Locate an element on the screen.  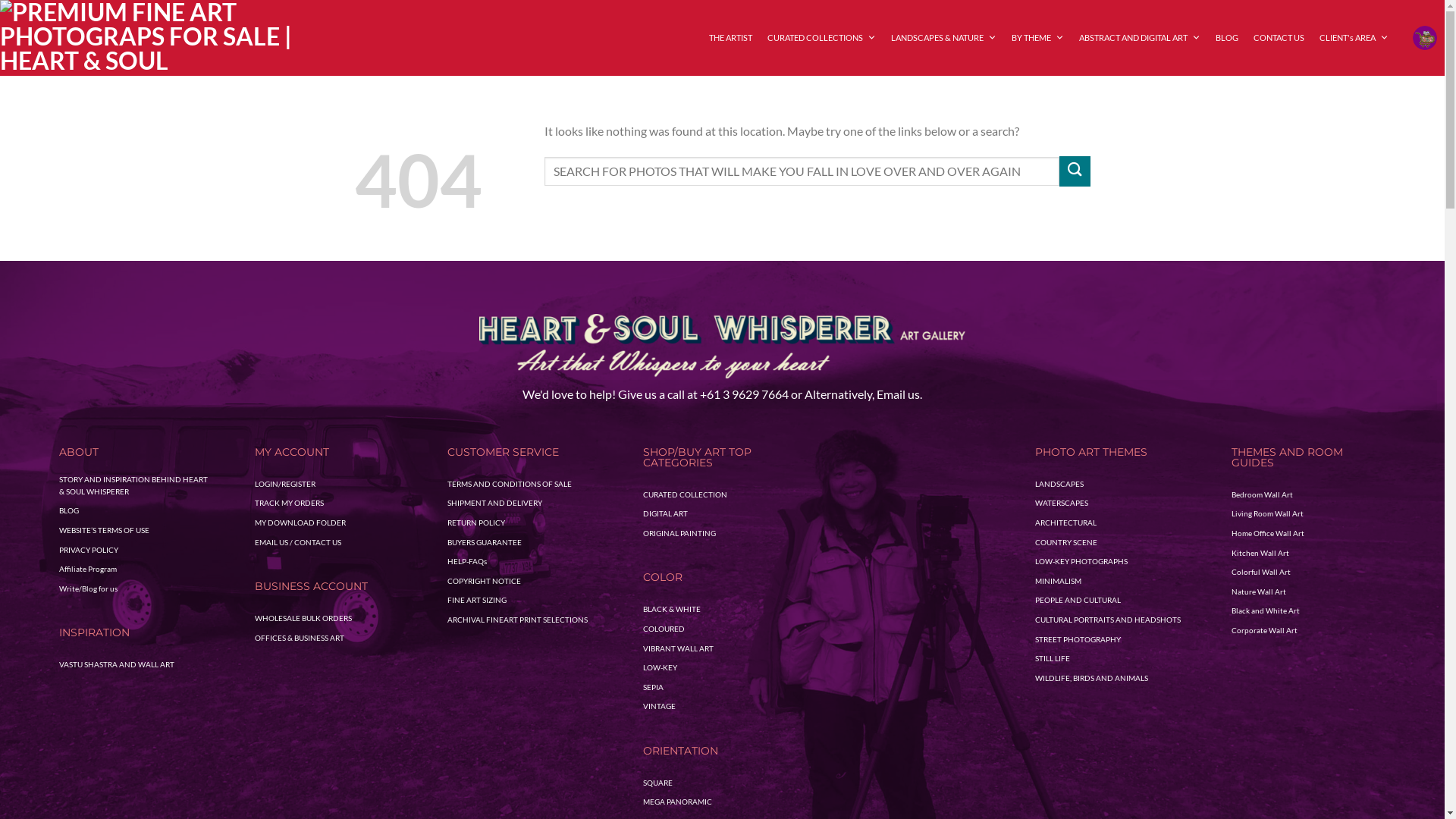
'SEPIA' is located at coordinates (653, 687).